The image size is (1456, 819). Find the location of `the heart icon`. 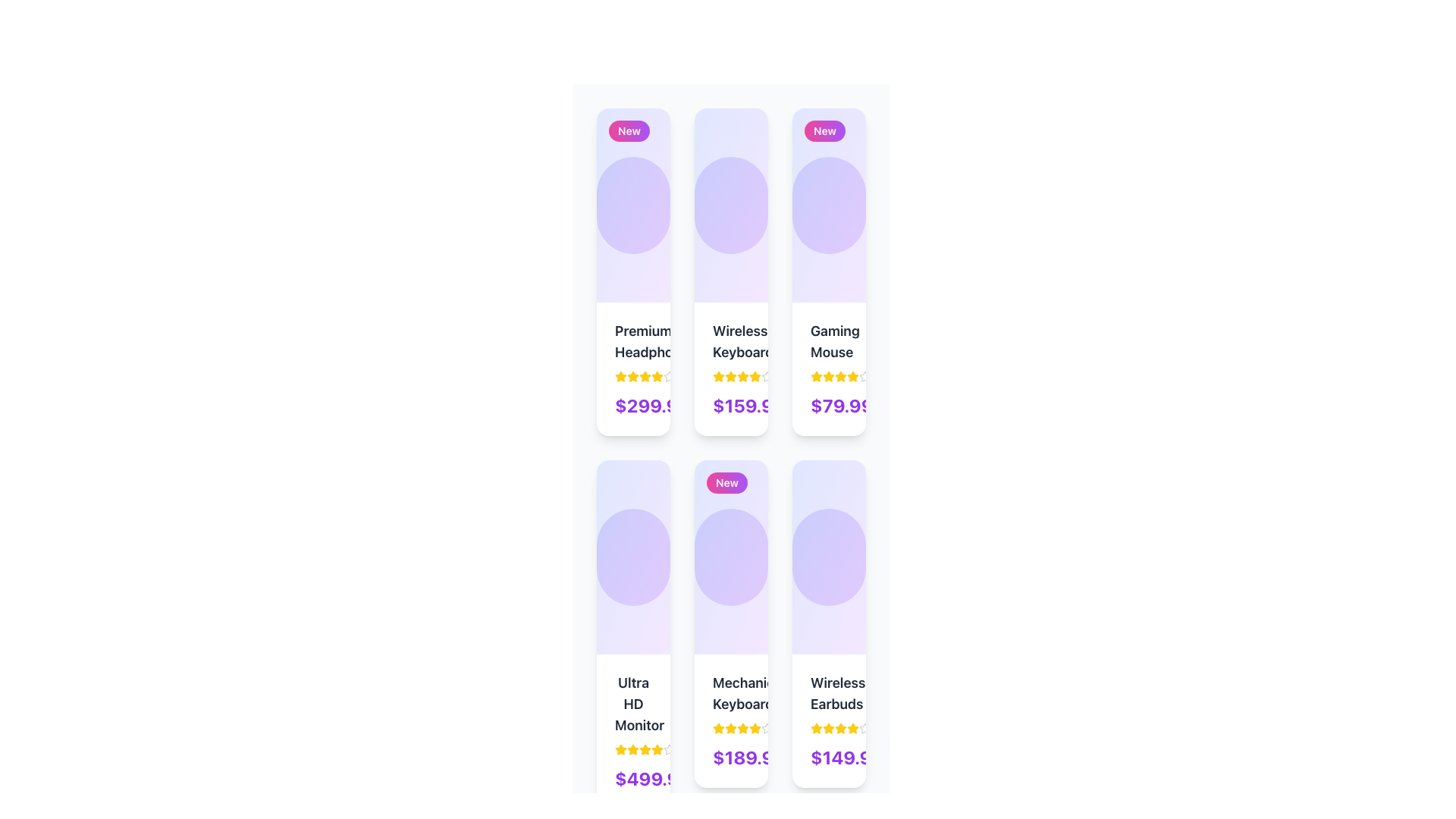

the heart icon is located at coordinates (678, 205).